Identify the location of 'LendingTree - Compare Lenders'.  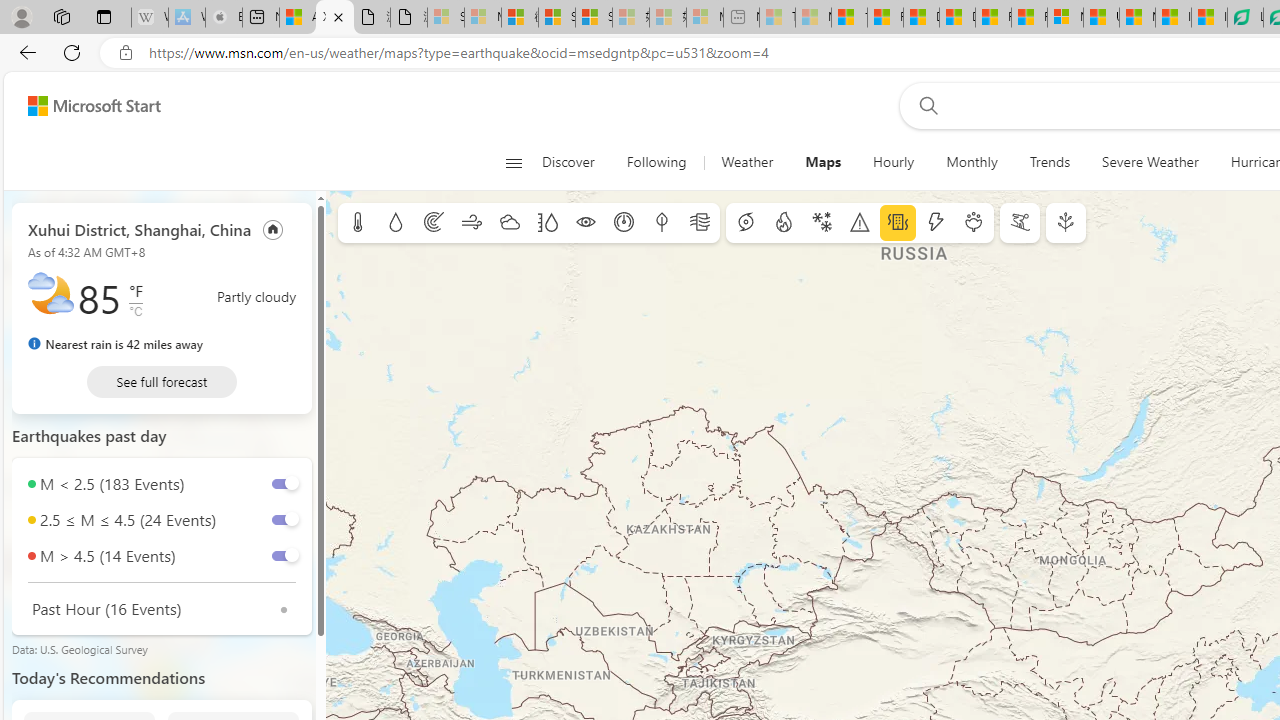
(1244, 17).